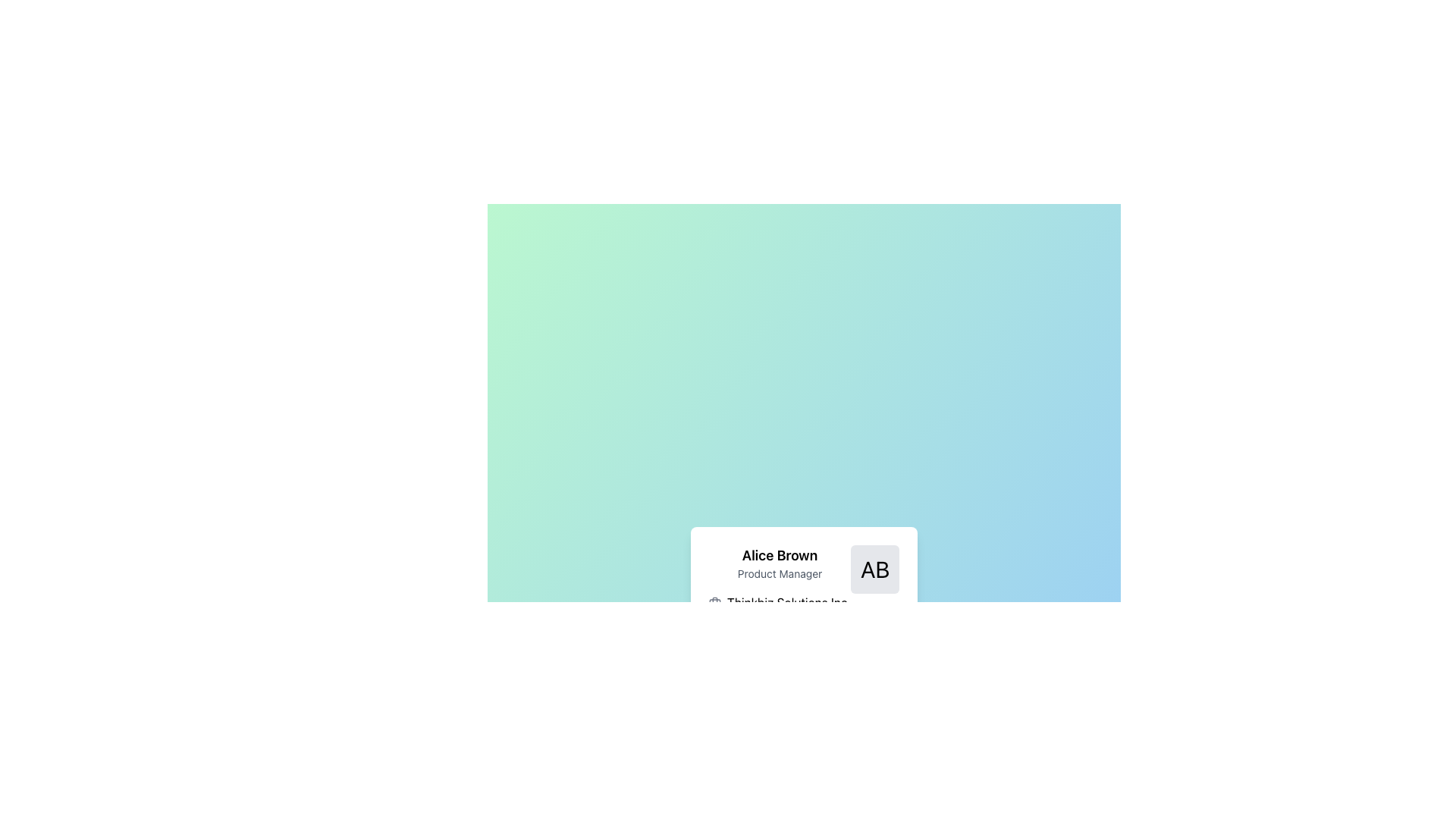 Image resolution: width=1456 pixels, height=819 pixels. I want to click on the small gray briefcase icon located to the left of the text 'Thinkbiz Solutions Inc.', so click(714, 601).